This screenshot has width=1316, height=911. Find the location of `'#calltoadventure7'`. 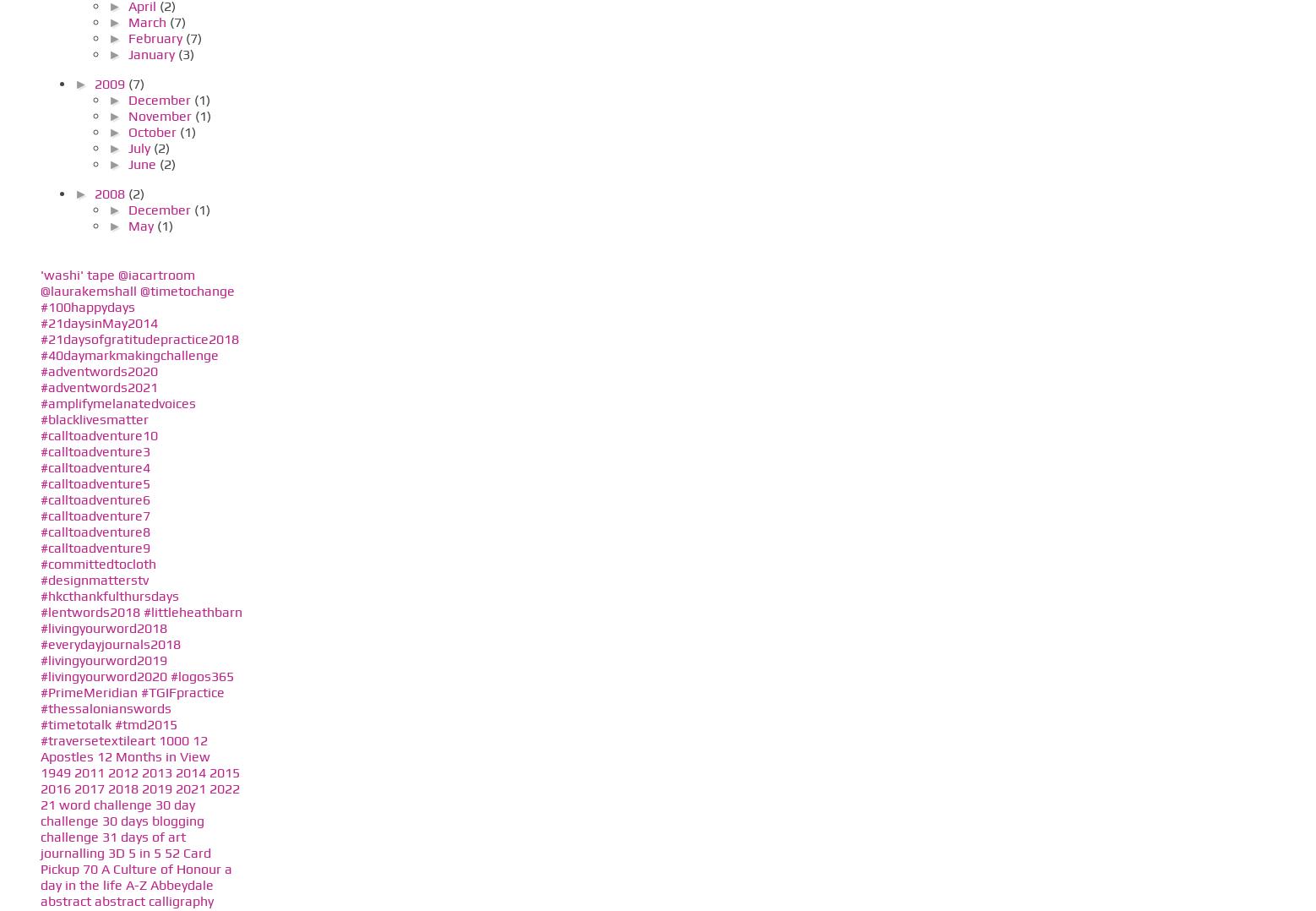

'#calltoadventure7' is located at coordinates (94, 515).